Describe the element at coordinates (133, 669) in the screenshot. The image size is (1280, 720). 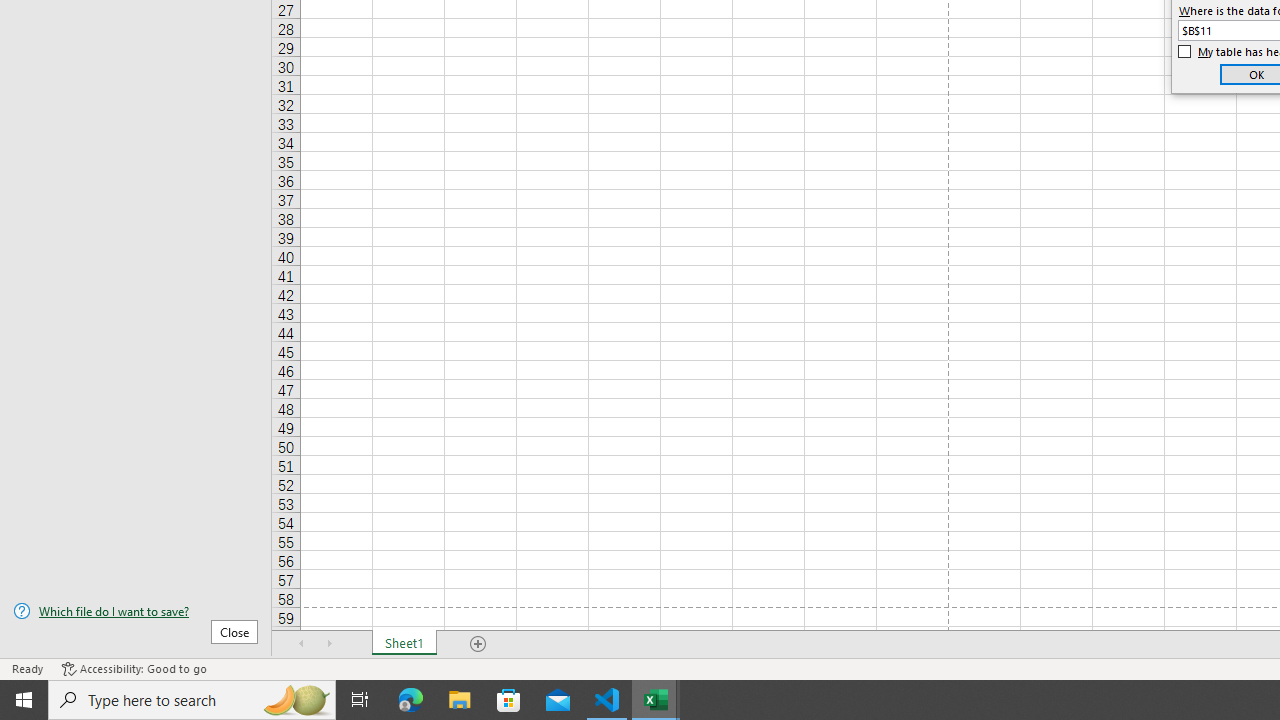
I see `'Accessibility Checker Accessibility: Good to go'` at that location.